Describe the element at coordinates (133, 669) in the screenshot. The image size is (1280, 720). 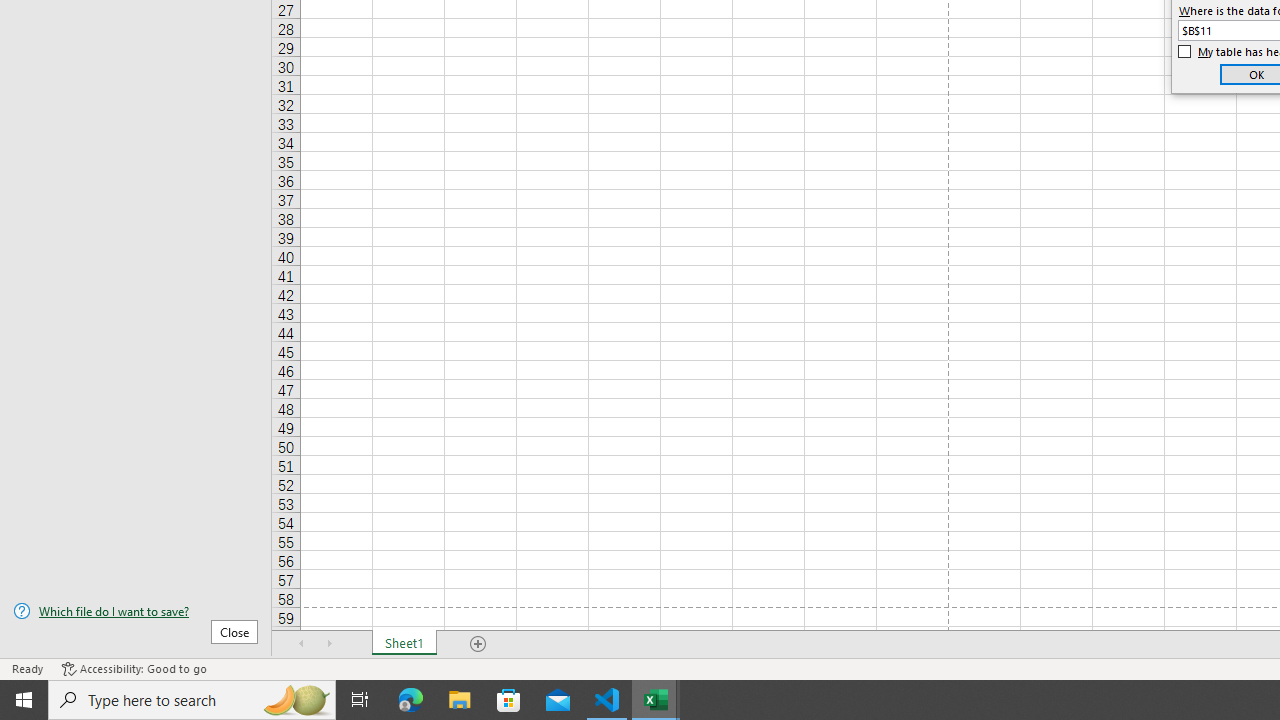
I see `'Accessibility Checker Accessibility: Good to go'` at that location.